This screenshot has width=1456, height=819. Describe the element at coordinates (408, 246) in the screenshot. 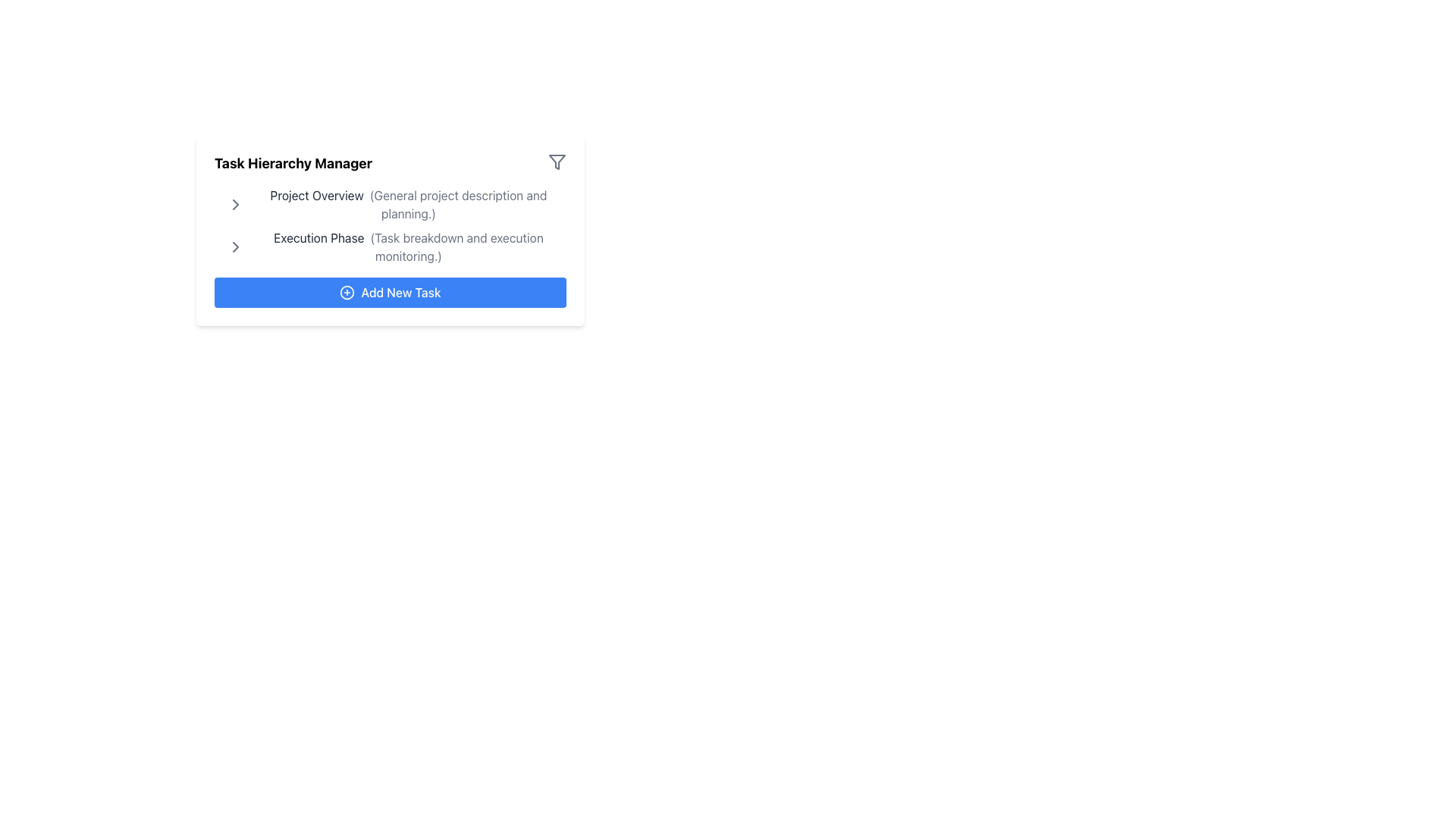

I see `the Label with descriptive text under the 'Task Hierarchy Manager' section to potentially expand details` at that location.